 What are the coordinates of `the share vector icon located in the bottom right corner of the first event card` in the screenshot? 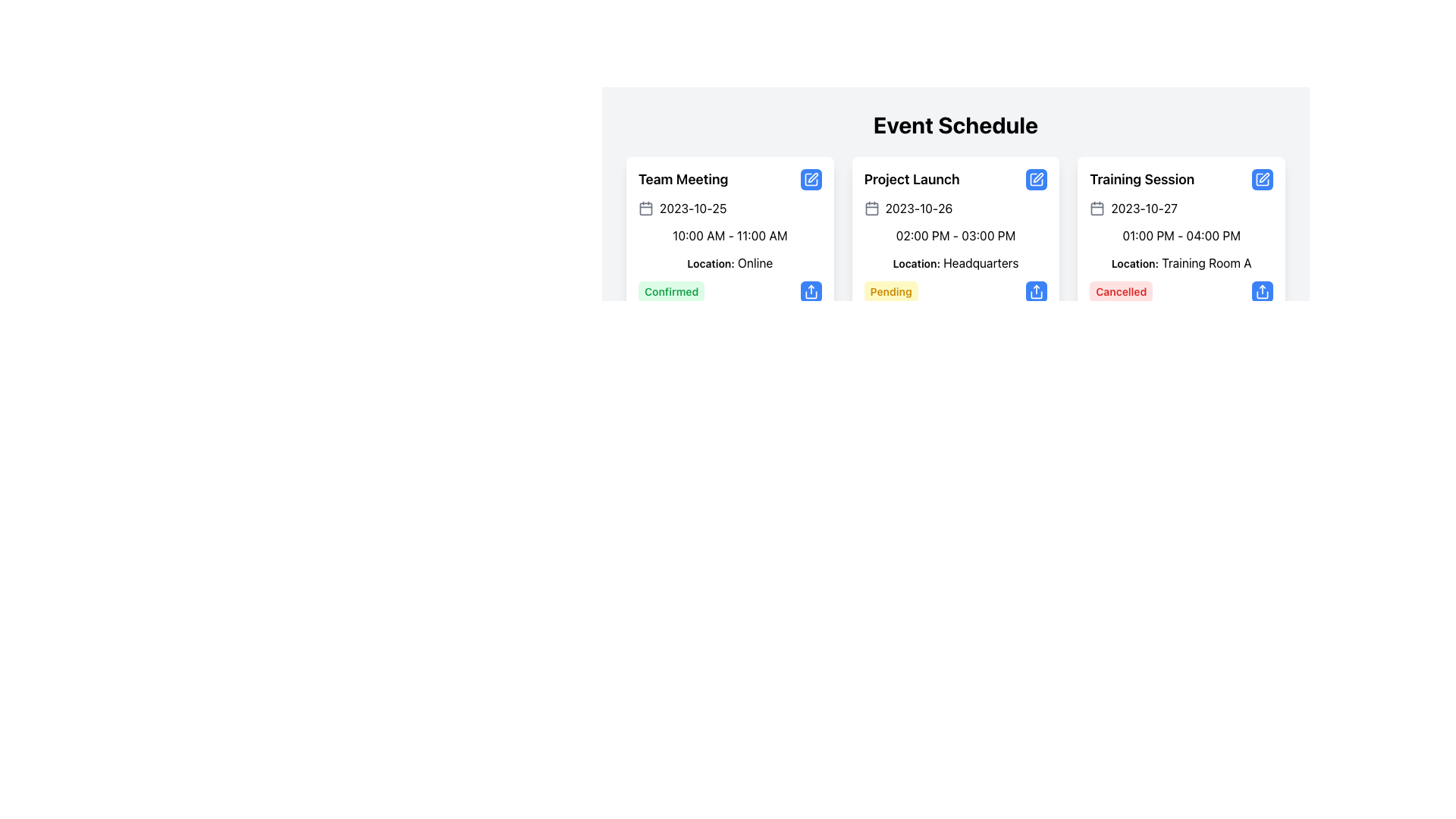 It's located at (810, 292).